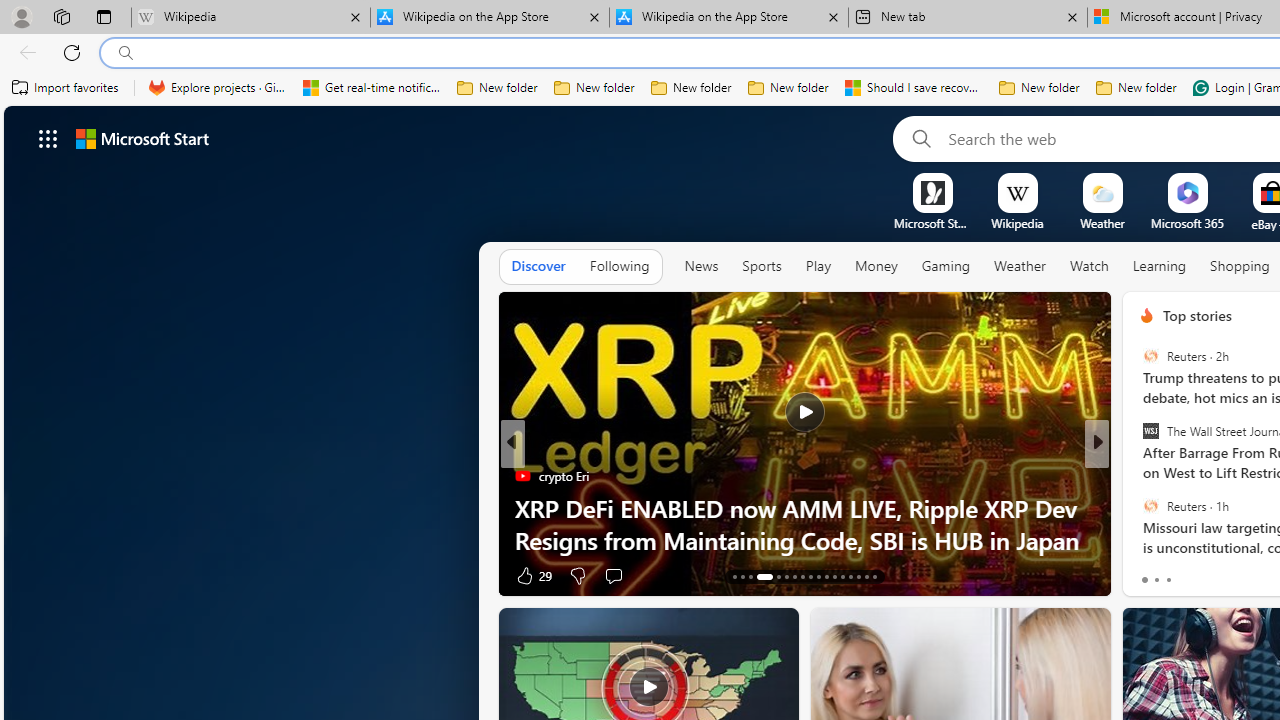 This screenshot has height=720, width=1280. Describe the element at coordinates (1138, 506) in the screenshot. I see `'Newsweek'` at that location.